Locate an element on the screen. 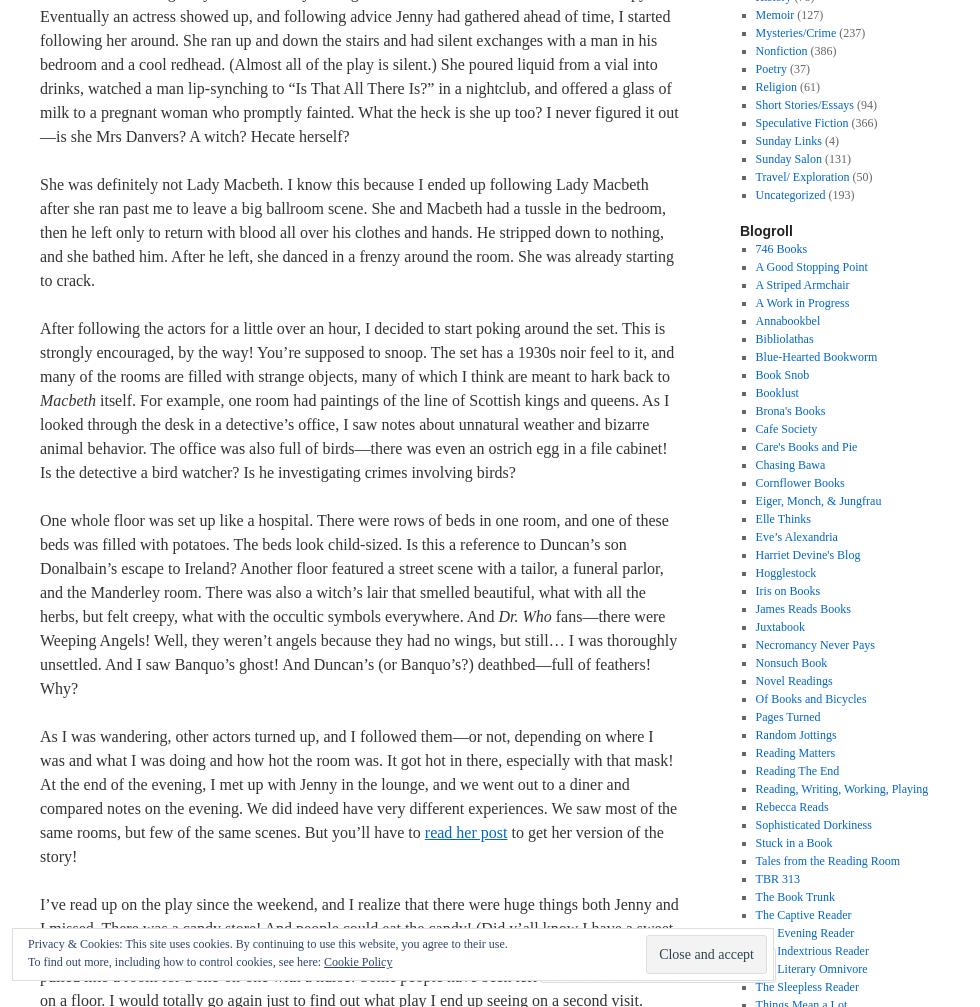  'Elle Thinks' is located at coordinates (783, 518).